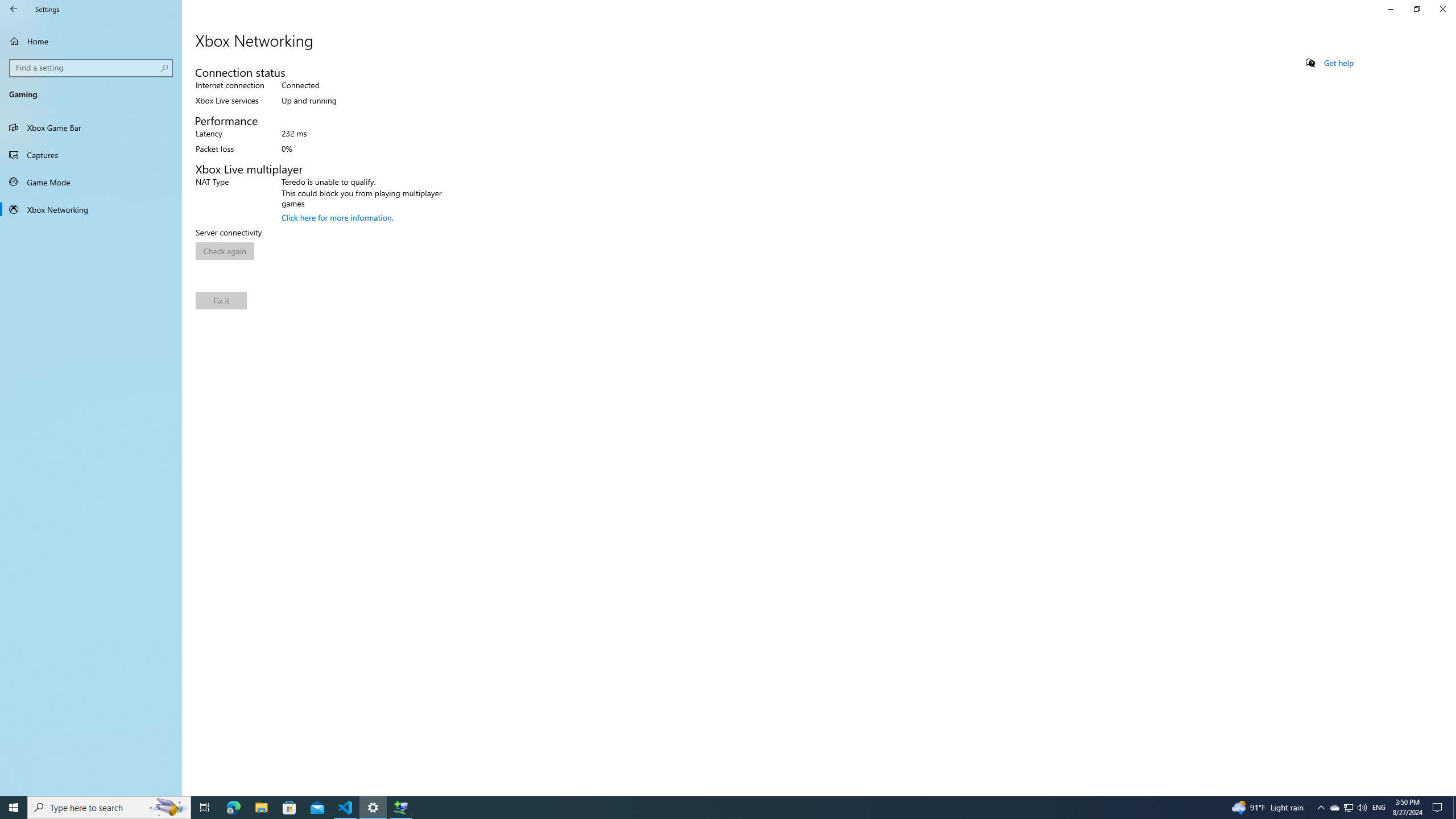 This screenshot has height=819, width=1456. Describe the element at coordinates (1454, 806) in the screenshot. I see `'Show desktop'` at that location.